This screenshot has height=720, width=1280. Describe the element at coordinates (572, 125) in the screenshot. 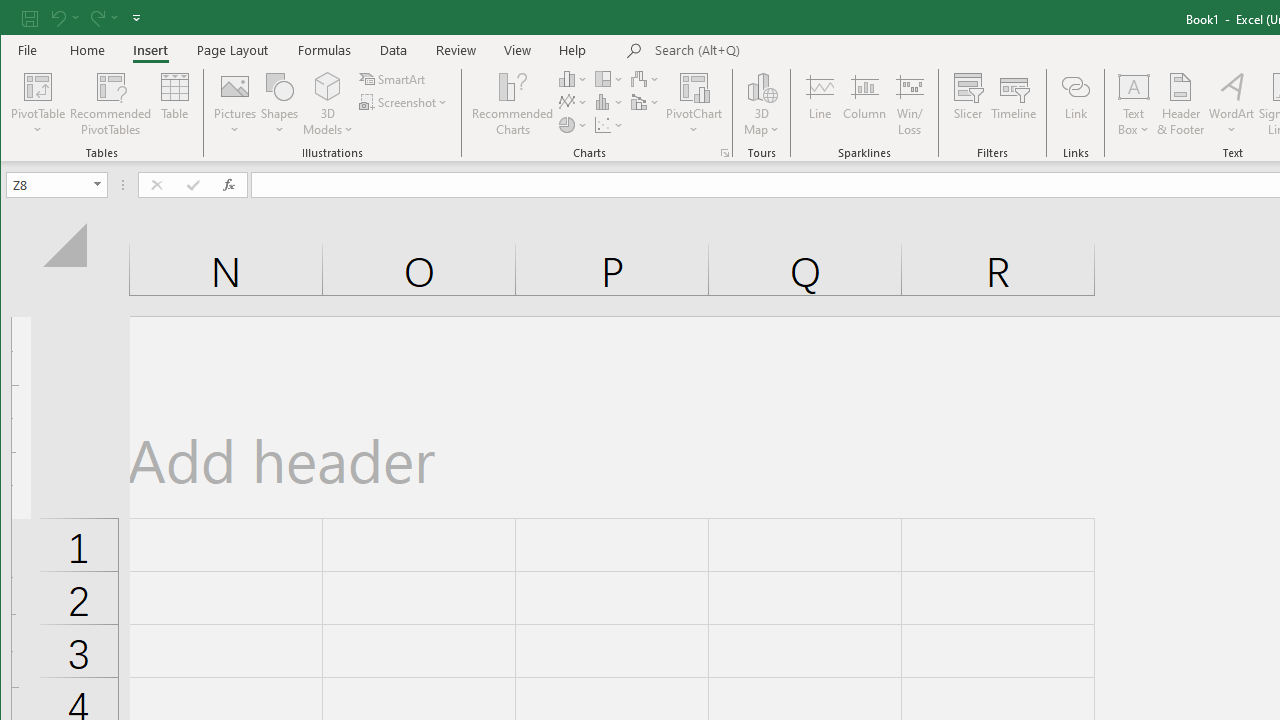

I see `'Insert Pie or Doughnut Chart'` at that location.